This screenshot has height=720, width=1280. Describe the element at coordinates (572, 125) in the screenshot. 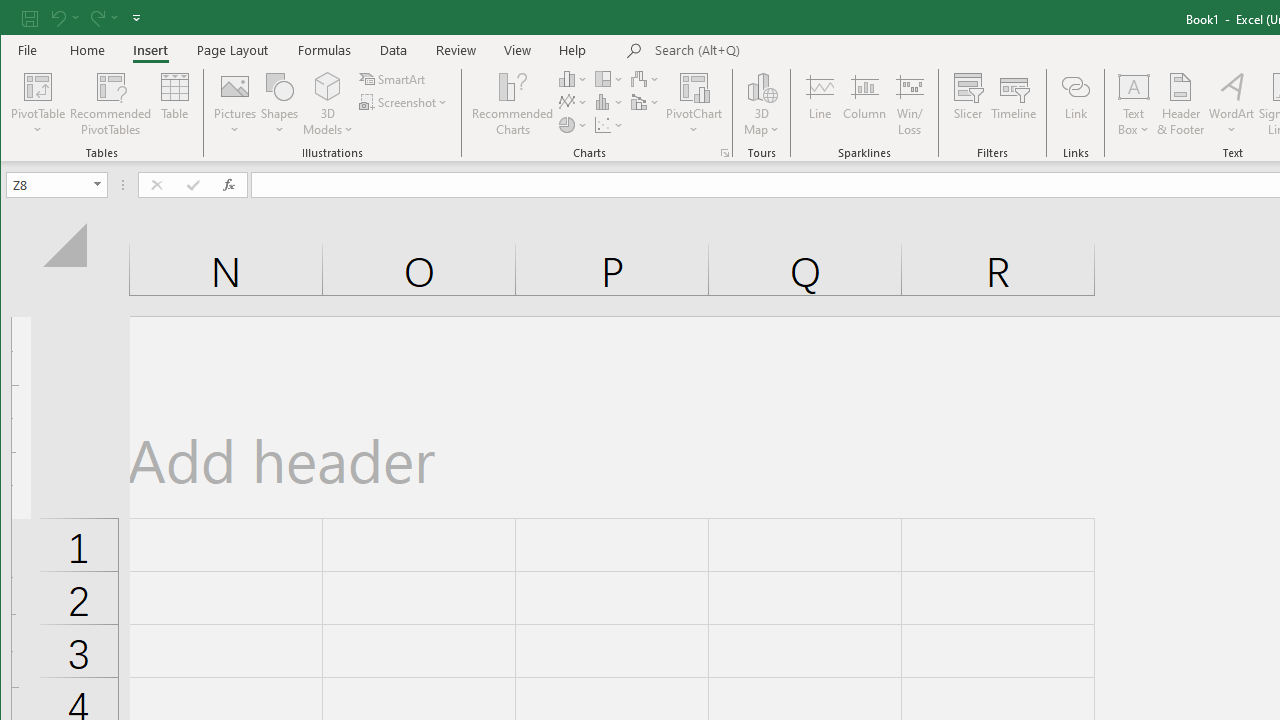

I see `'Insert Pie or Doughnut Chart'` at that location.